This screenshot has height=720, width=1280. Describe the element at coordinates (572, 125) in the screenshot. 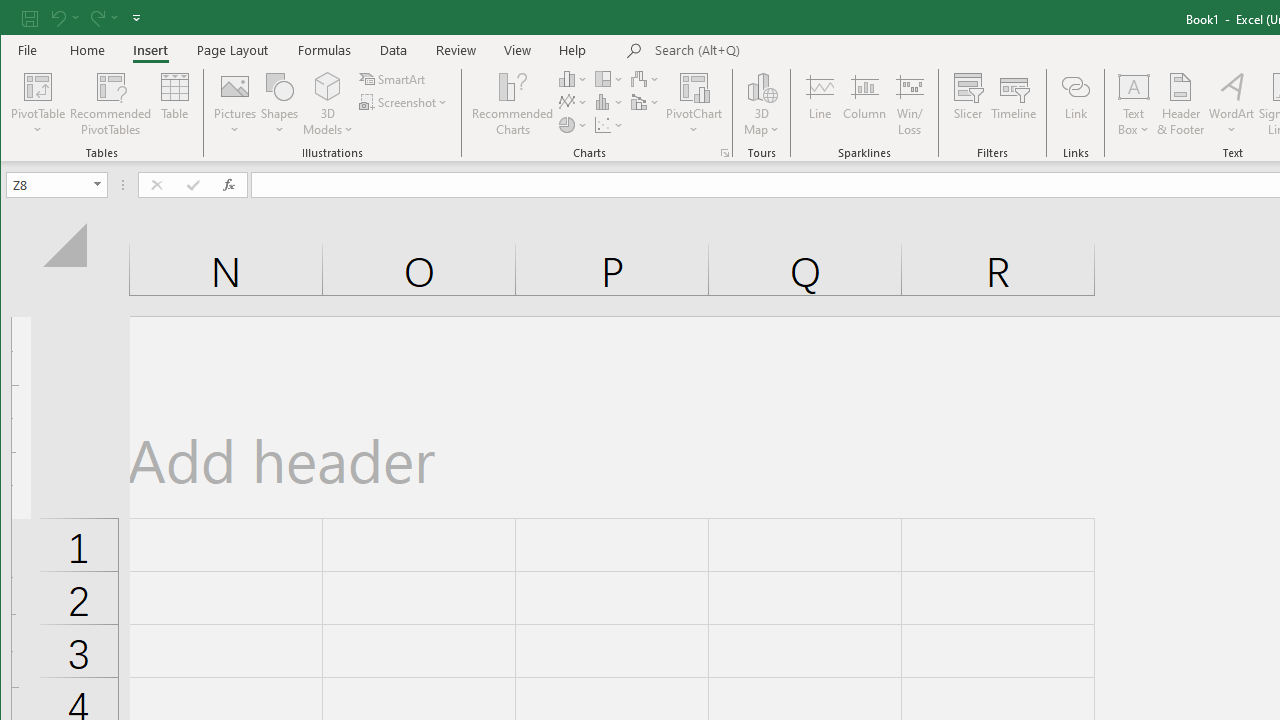

I see `'Insert Pie or Doughnut Chart'` at that location.